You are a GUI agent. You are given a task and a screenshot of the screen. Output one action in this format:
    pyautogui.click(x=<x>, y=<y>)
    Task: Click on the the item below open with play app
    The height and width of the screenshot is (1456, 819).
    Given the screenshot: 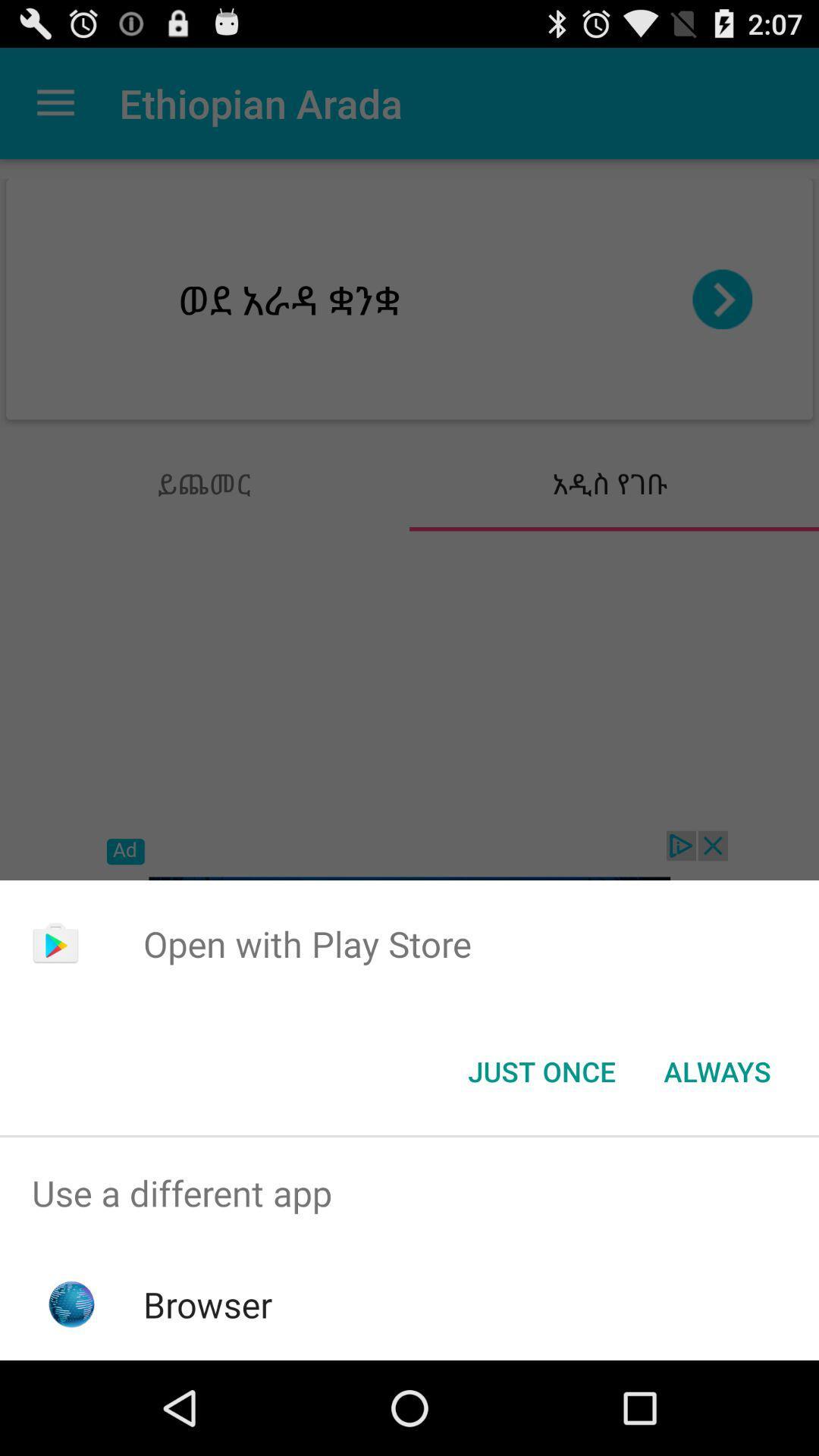 What is the action you would take?
    pyautogui.click(x=541, y=1070)
    